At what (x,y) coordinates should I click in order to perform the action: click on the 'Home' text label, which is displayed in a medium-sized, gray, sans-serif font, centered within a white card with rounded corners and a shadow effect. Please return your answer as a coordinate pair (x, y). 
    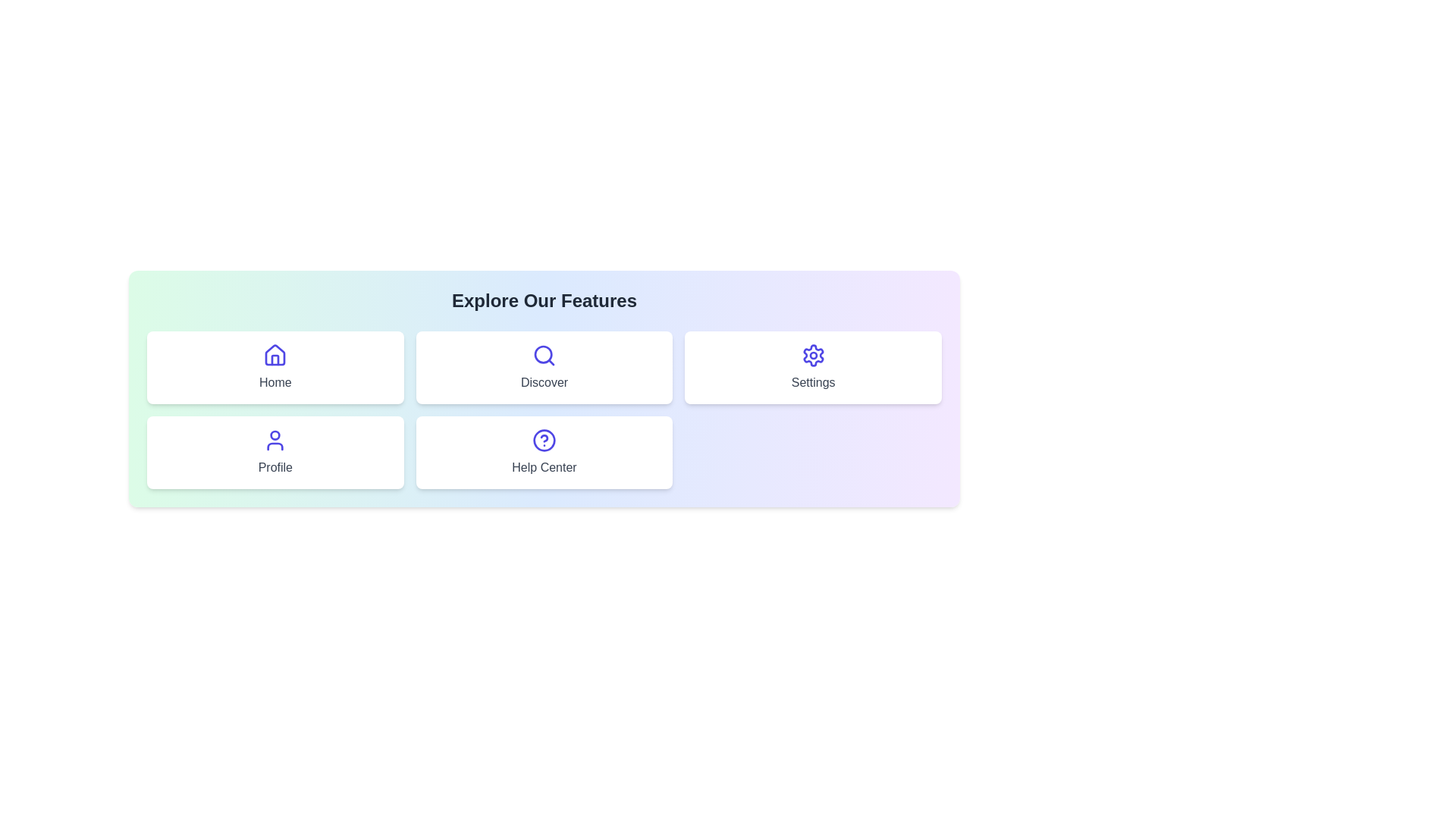
    Looking at the image, I should click on (275, 382).